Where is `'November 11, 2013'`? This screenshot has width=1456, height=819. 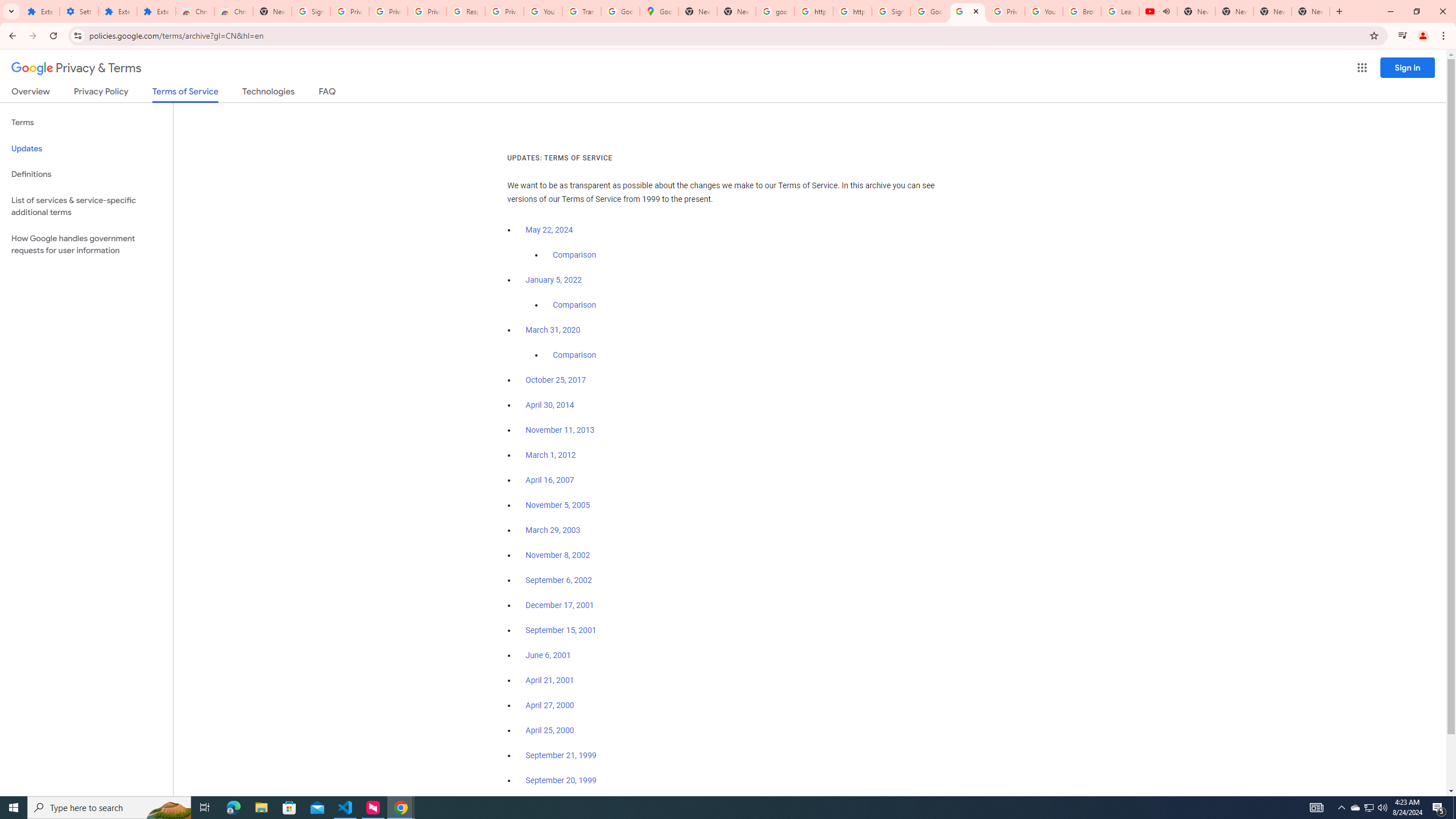
'November 11, 2013' is located at coordinates (560, 429).